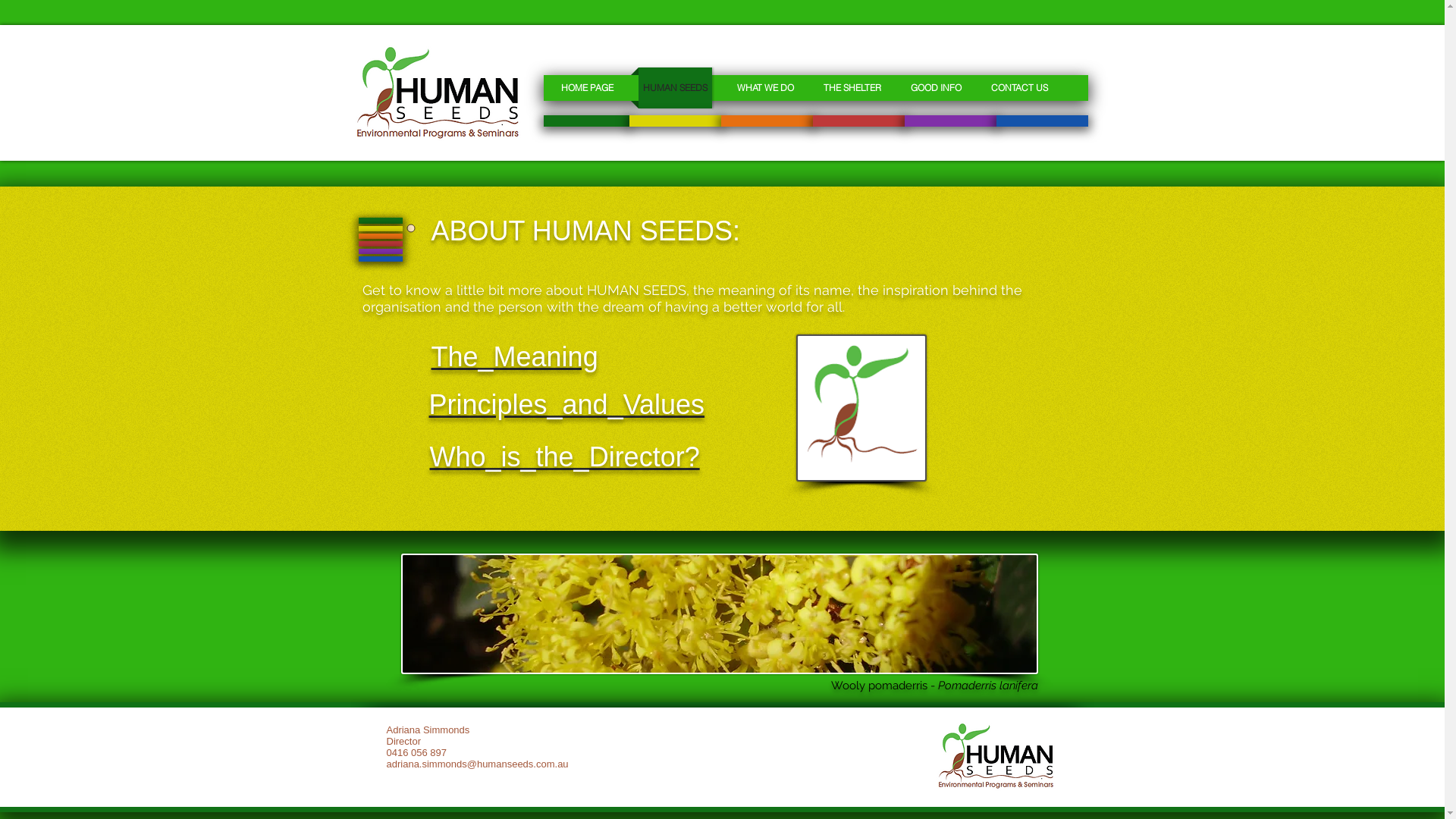  What do you see at coordinates (934, 87) in the screenshot?
I see `'GOOD INFO'` at bounding box center [934, 87].